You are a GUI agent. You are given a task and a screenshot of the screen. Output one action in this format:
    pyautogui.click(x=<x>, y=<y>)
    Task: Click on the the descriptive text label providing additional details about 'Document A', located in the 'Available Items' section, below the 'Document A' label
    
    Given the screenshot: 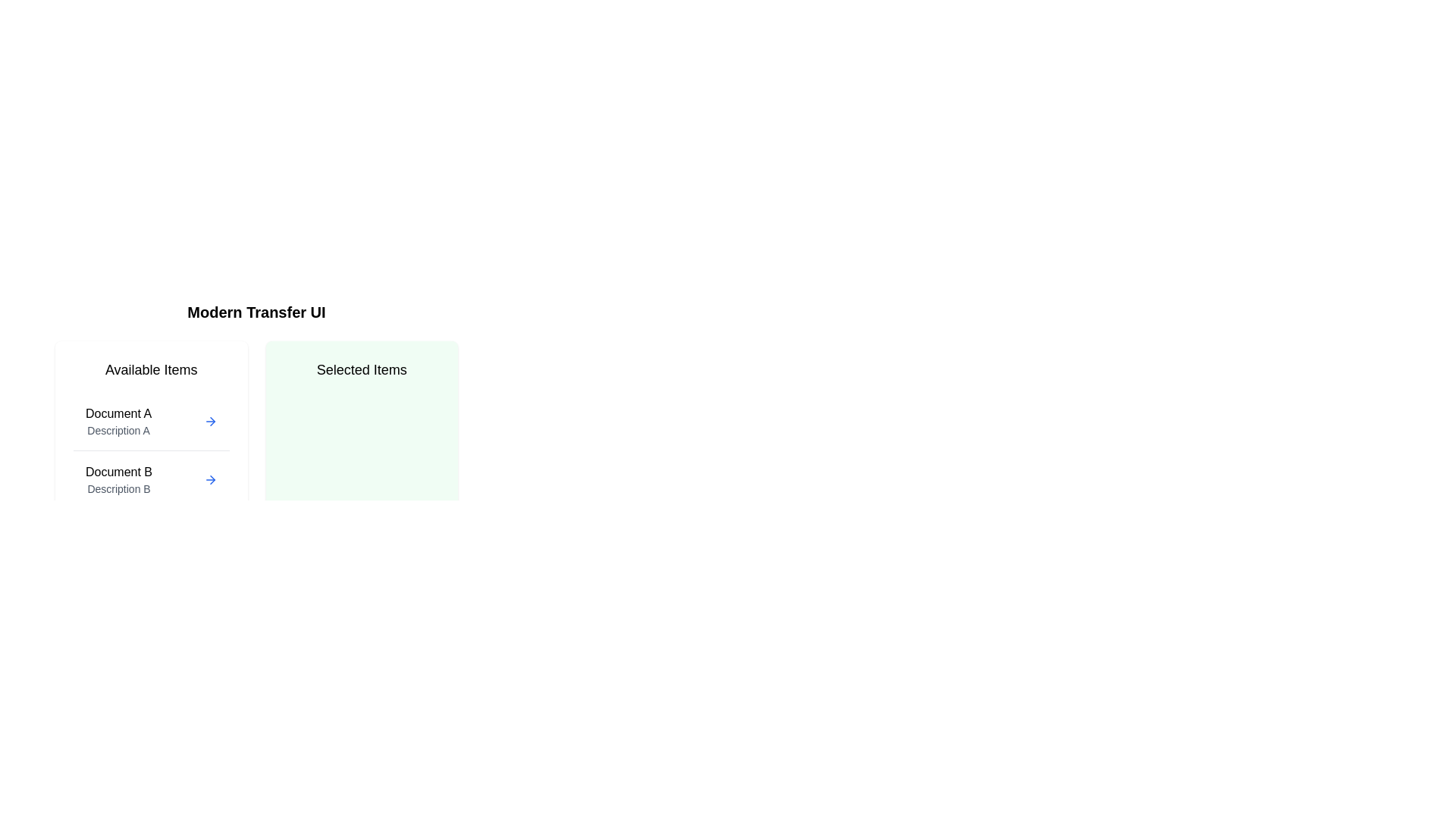 What is the action you would take?
    pyautogui.click(x=118, y=430)
    